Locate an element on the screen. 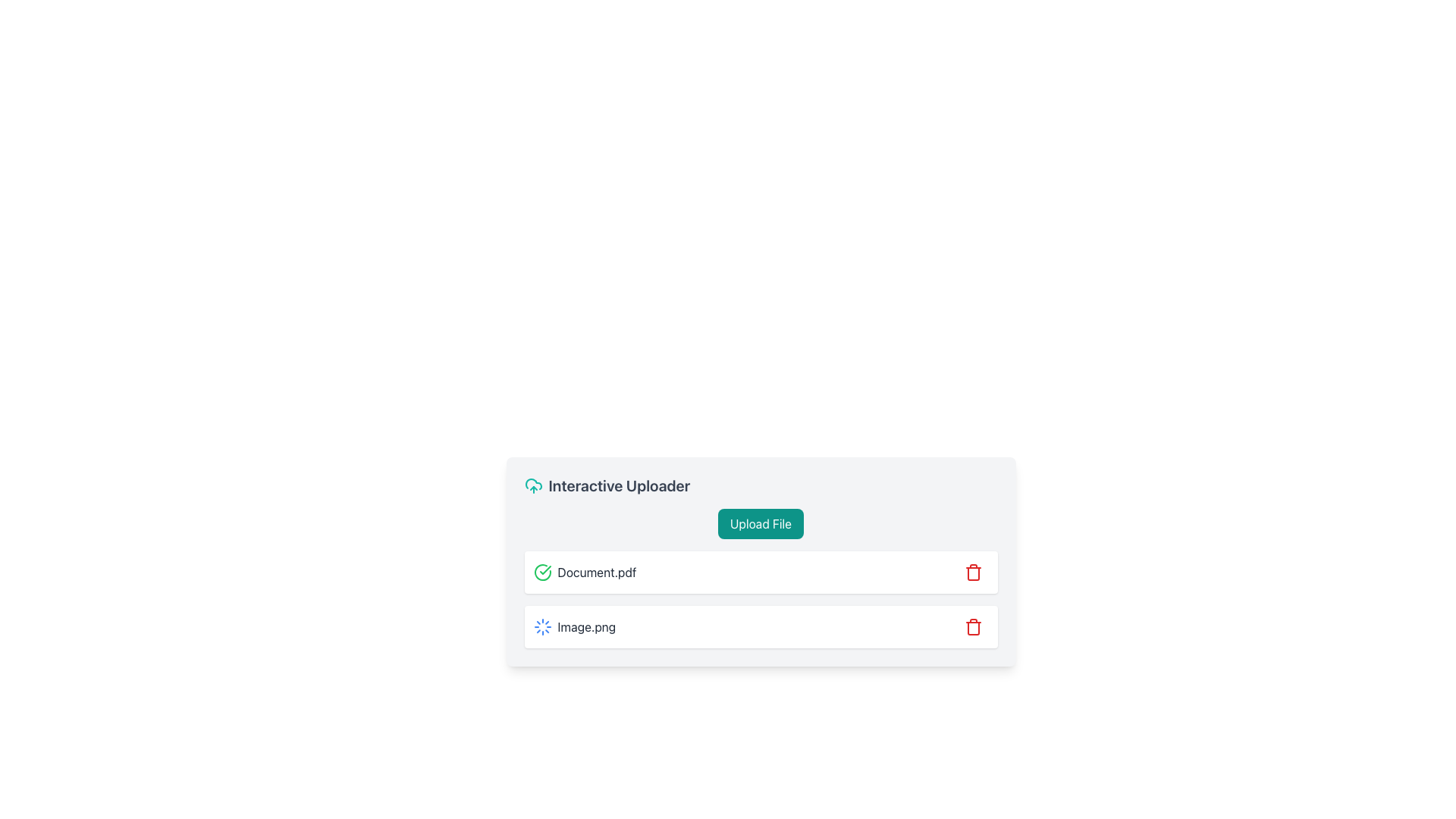  the delete button icon located in the top-right section of the file list interface, adjacent to the right of a file entry to initiate file removal or deletion is located at coordinates (973, 573).